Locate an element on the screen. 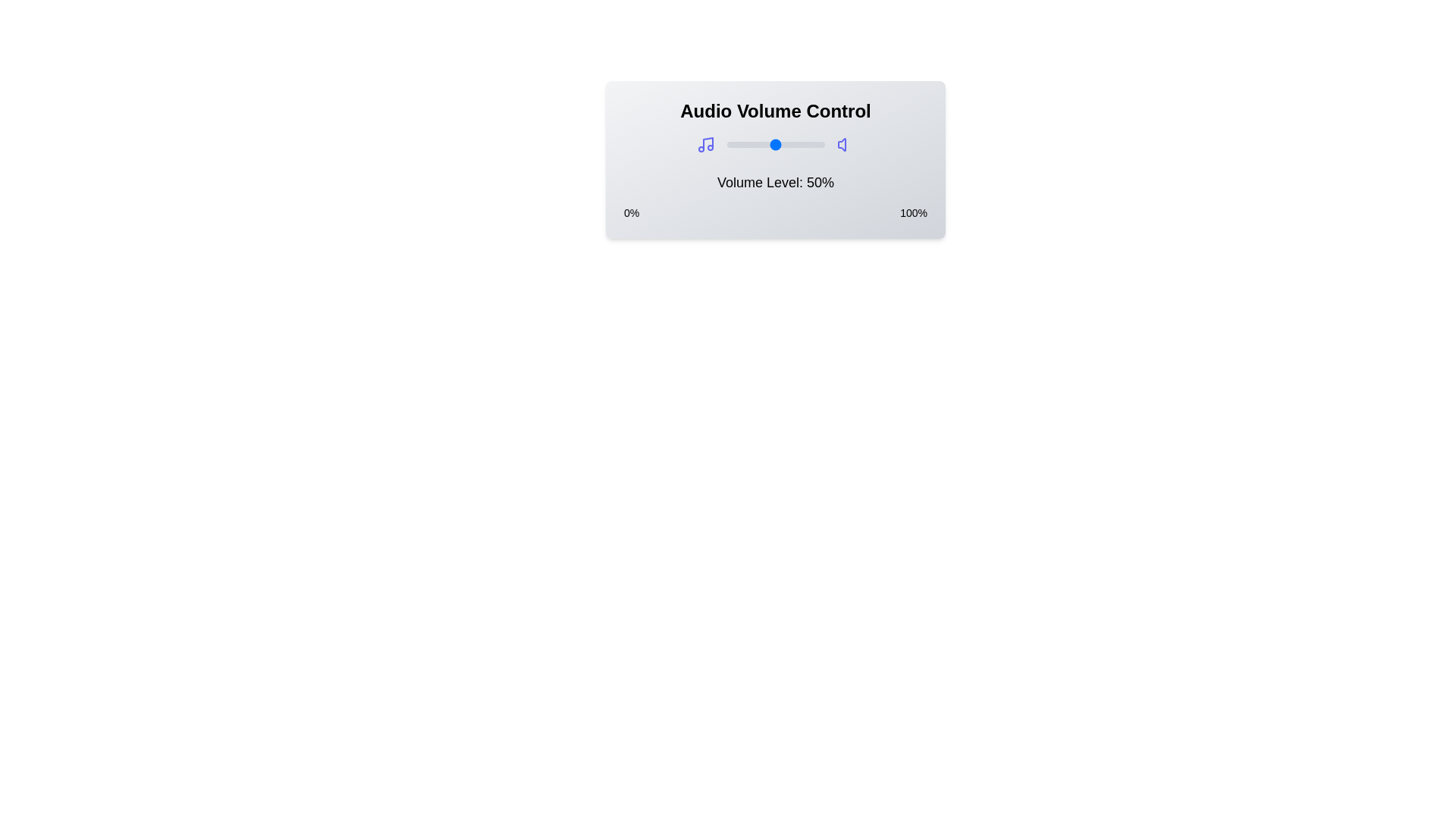 Image resolution: width=1456 pixels, height=819 pixels. the volume to 70% by dragging the slider is located at coordinates (794, 145).